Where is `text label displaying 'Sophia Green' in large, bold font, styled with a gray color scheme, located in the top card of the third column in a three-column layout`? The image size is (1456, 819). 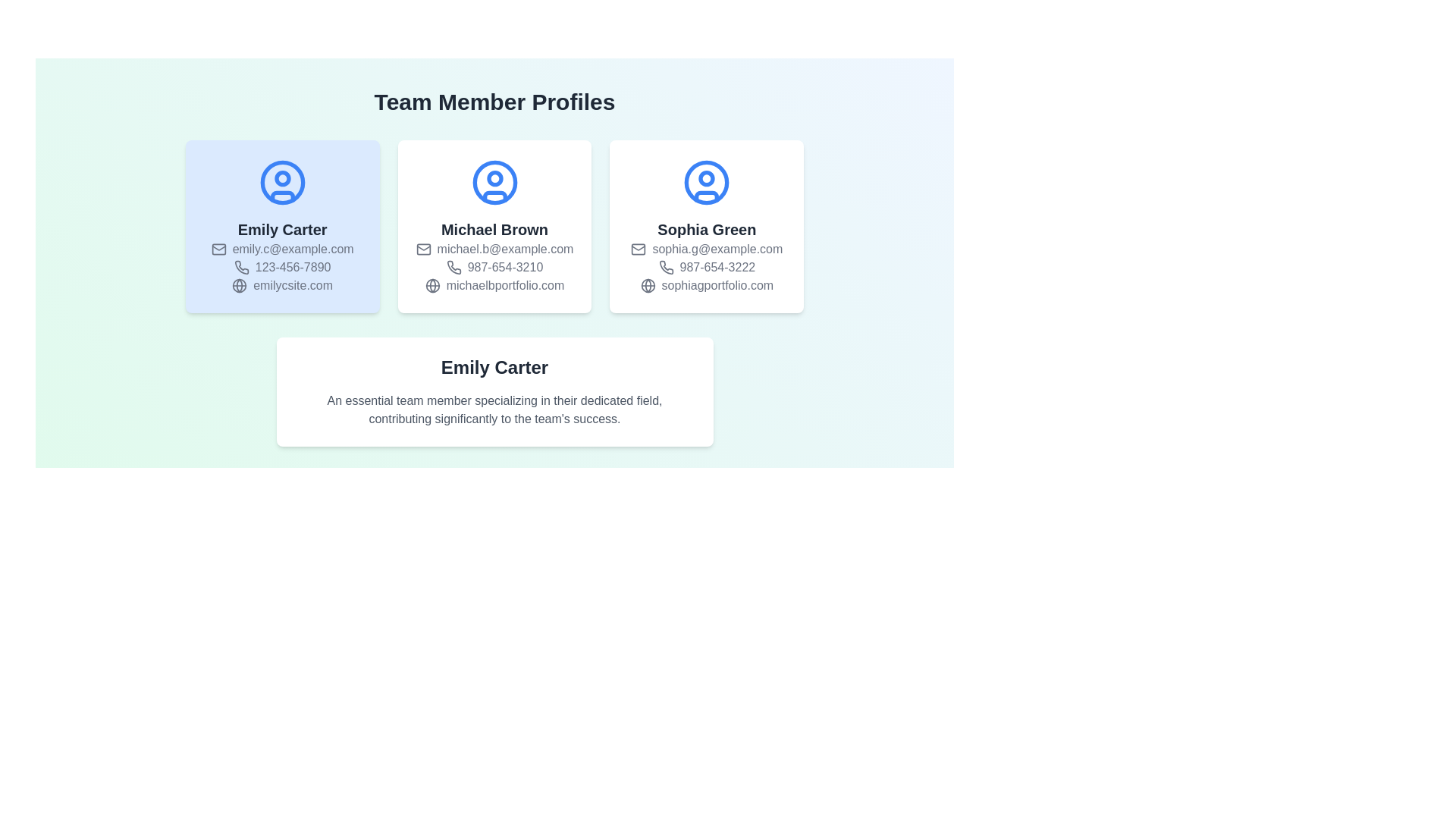
text label displaying 'Sophia Green' in large, bold font, styled with a gray color scheme, located in the top card of the third column in a three-column layout is located at coordinates (706, 230).